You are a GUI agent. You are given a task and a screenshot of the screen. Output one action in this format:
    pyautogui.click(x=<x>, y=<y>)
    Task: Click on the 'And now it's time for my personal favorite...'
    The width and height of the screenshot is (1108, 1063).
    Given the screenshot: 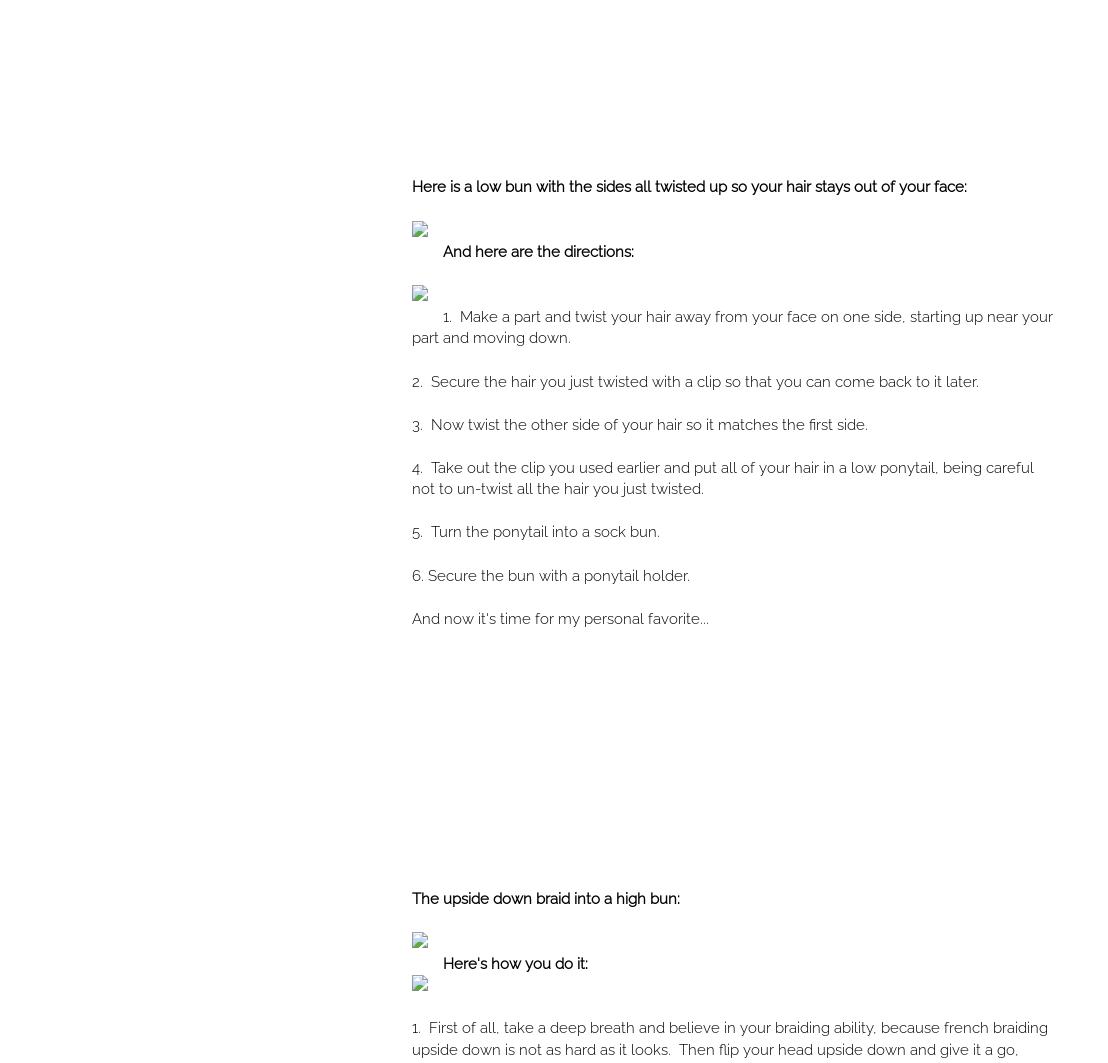 What is the action you would take?
    pyautogui.click(x=560, y=617)
    